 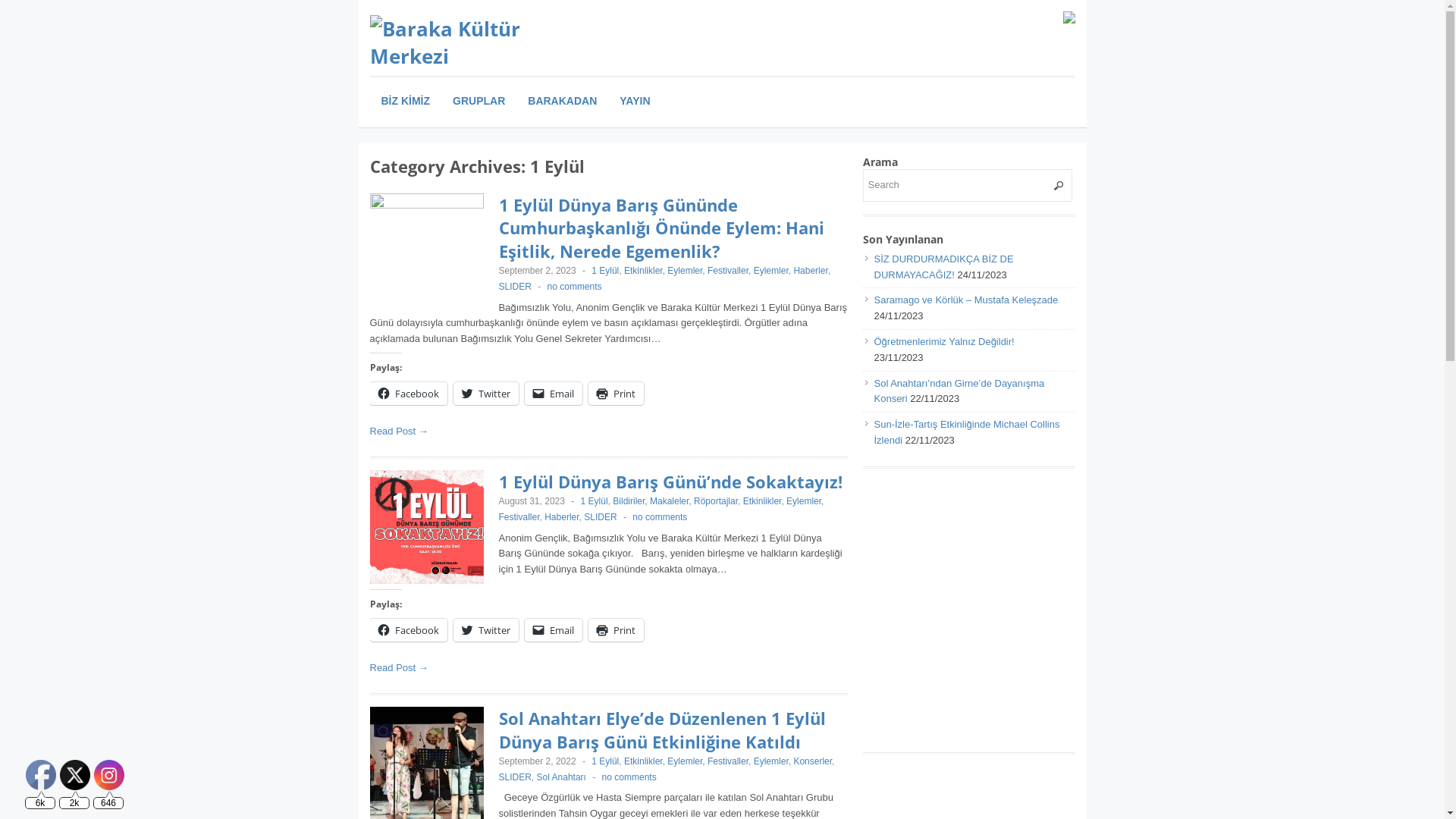 I want to click on 'GRUPLAR', so click(x=478, y=100).